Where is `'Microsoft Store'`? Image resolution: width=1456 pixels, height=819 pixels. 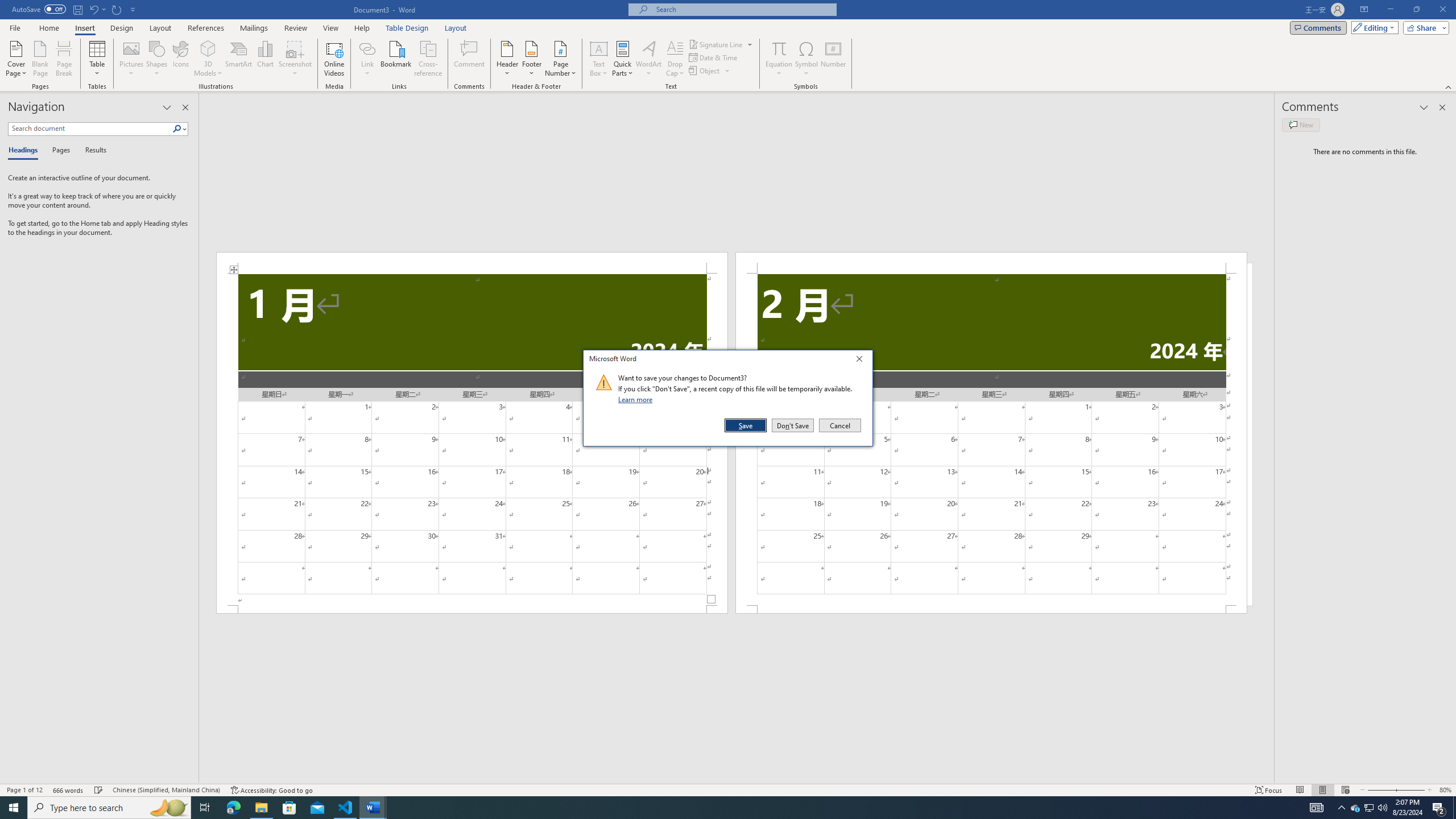
'Microsoft Store' is located at coordinates (289, 806).